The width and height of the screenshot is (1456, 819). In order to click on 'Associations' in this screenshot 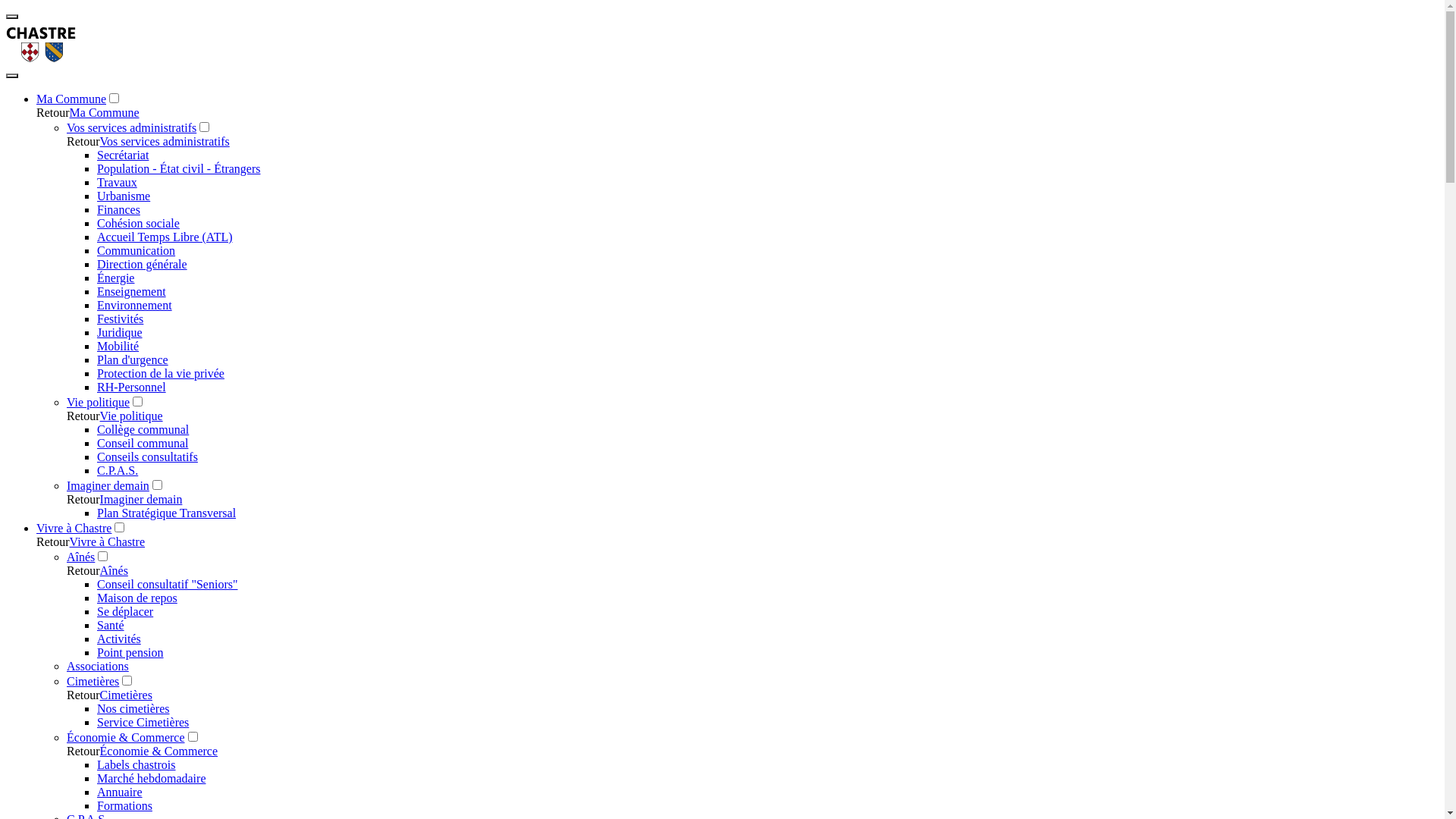, I will do `click(65, 665)`.